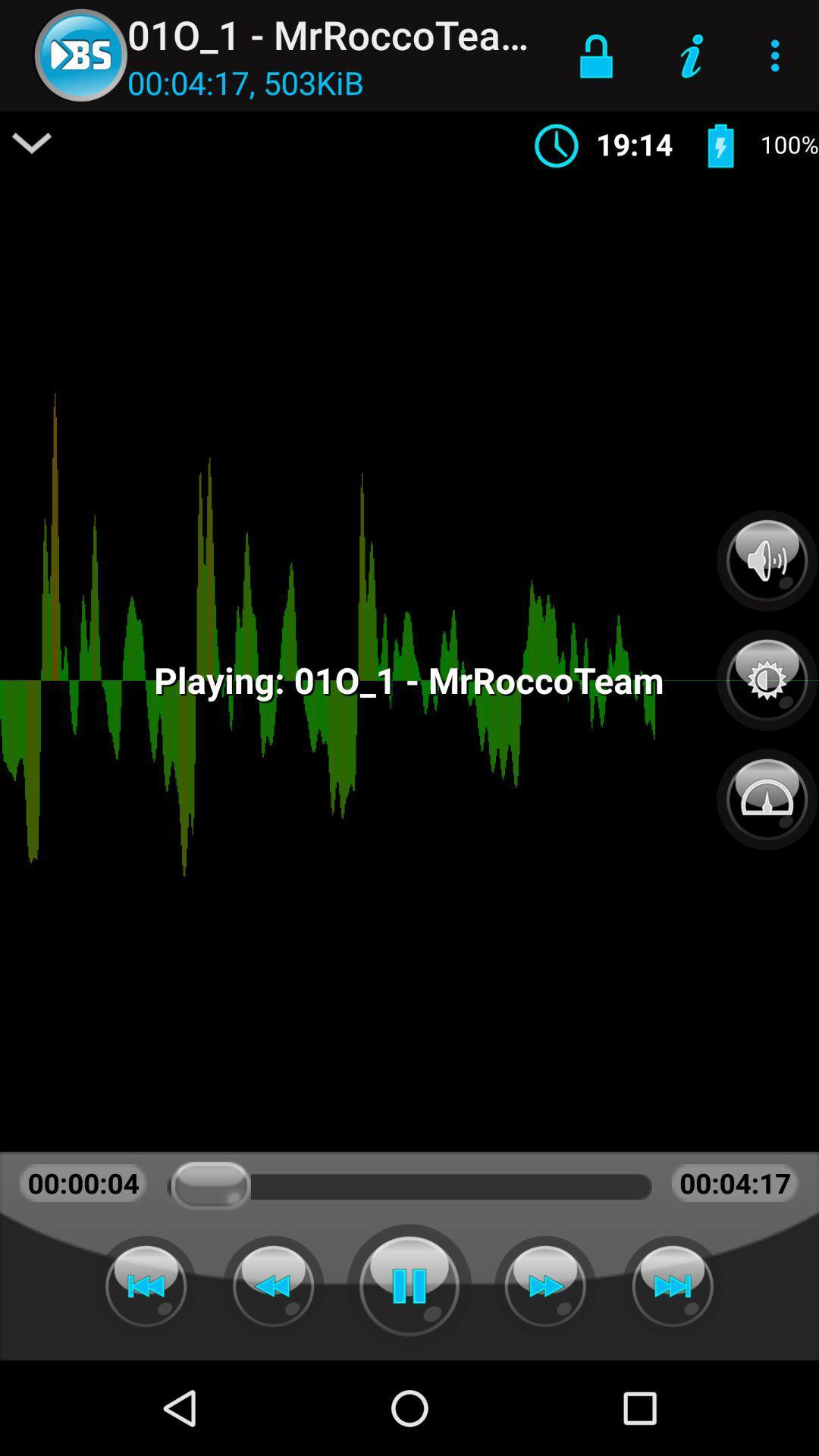  I want to click on next, so click(544, 1285).